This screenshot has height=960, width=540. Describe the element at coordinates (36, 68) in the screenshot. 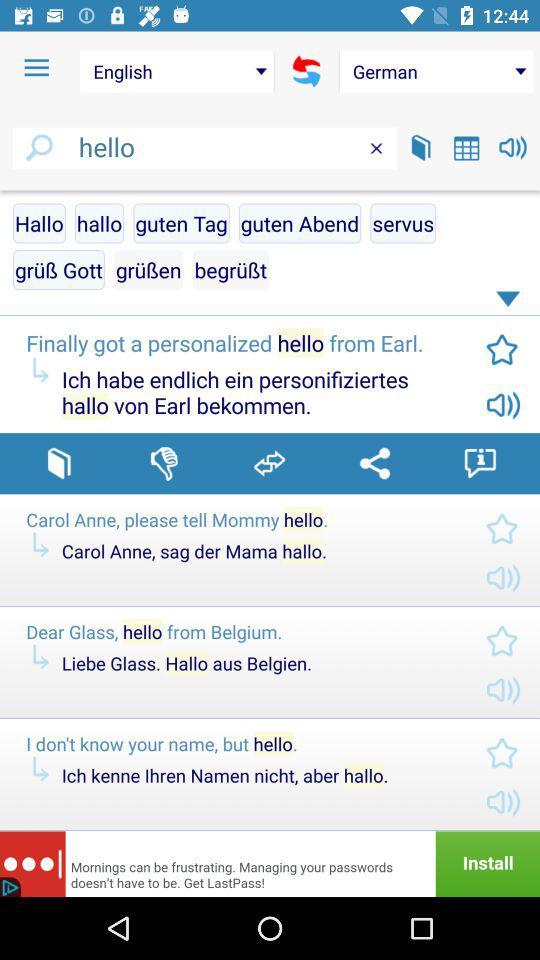

I see `item next to the english item` at that location.